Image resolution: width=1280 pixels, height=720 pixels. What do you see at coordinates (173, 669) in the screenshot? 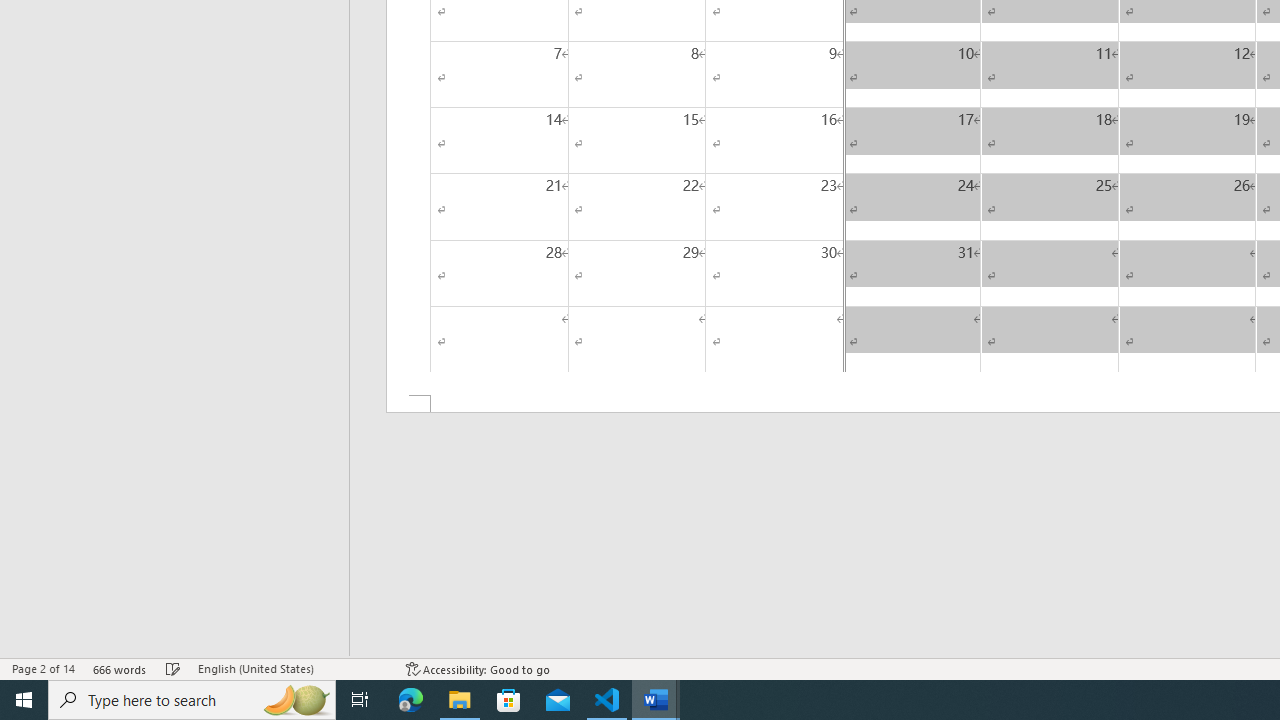
I see `'Spelling and Grammar Check Checking'` at bounding box center [173, 669].